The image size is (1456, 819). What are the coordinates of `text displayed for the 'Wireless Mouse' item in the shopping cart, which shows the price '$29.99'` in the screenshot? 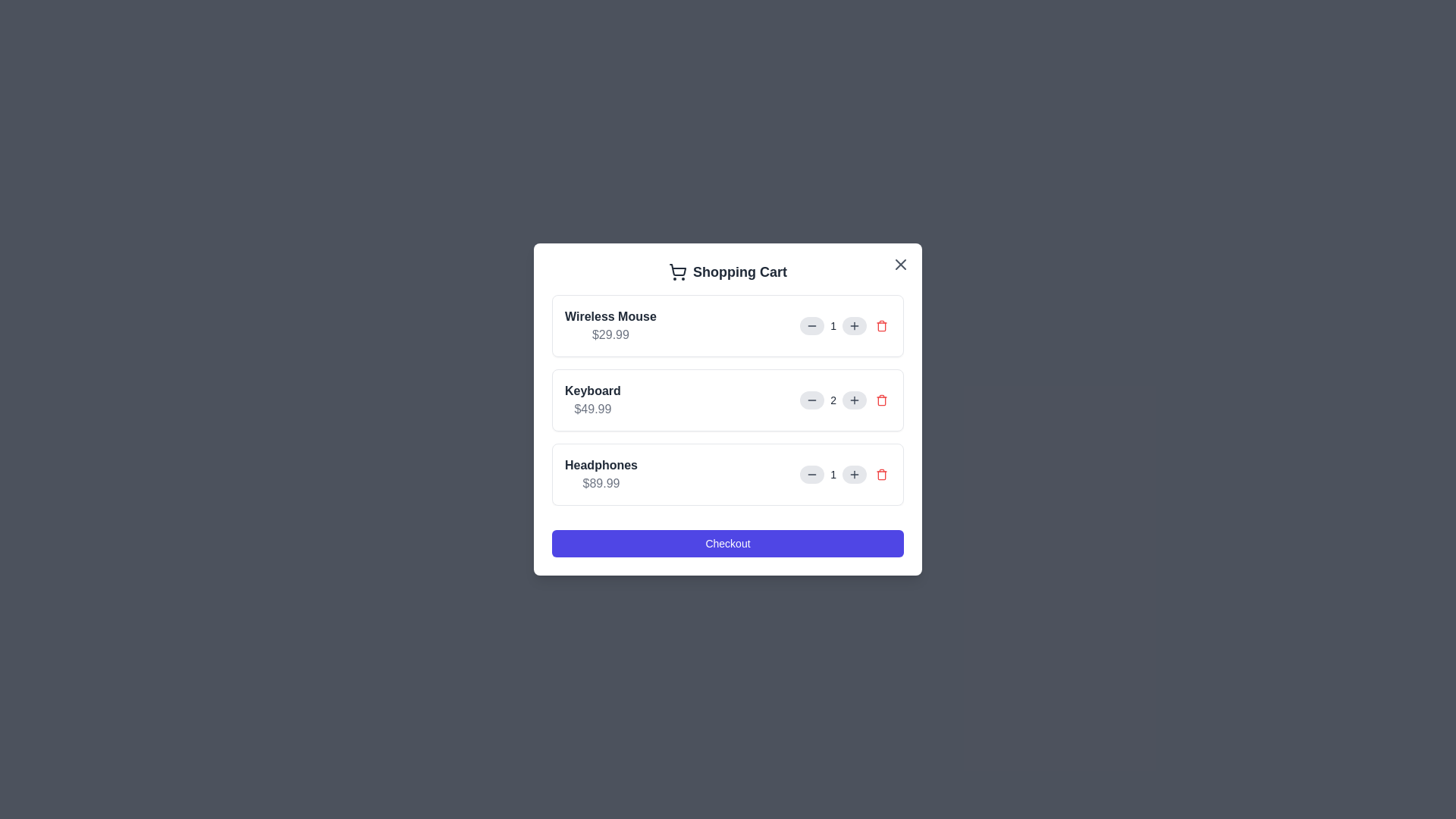 It's located at (610, 325).